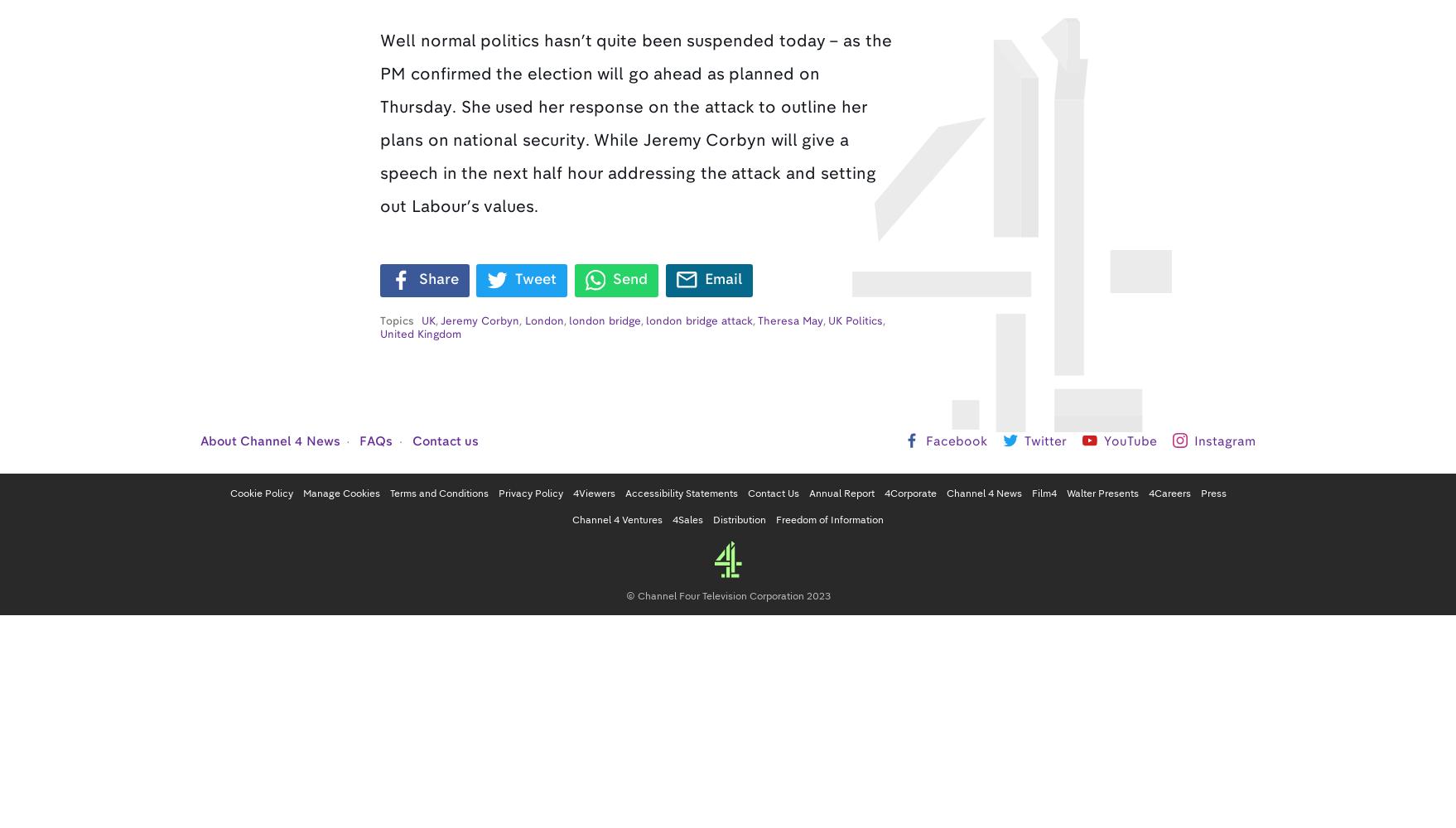 The image size is (1456, 828). I want to click on 'Contact Us', so click(772, 492).